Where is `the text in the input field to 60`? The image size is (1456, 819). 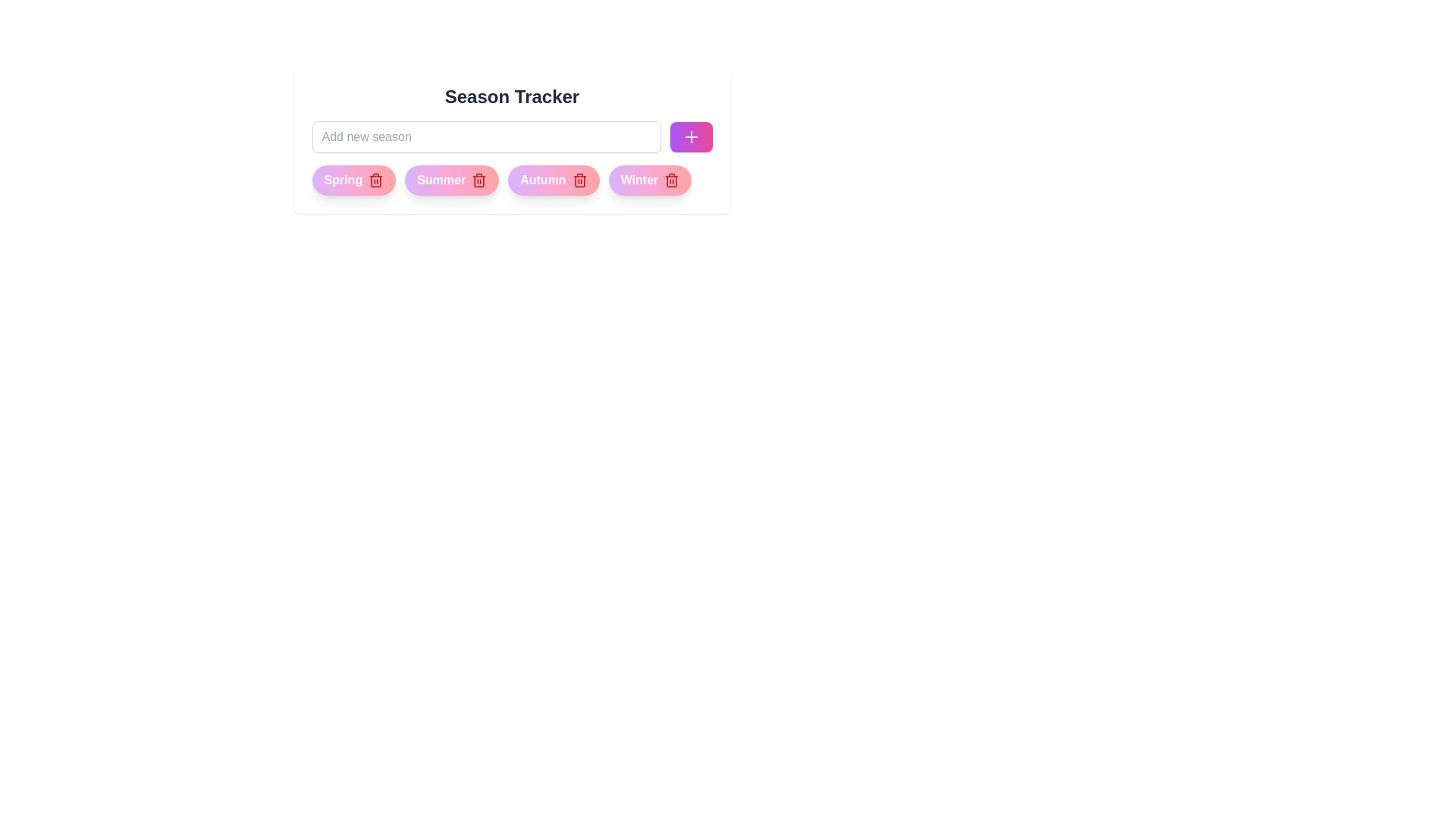 the text in the input field to 60 is located at coordinates (486, 137).